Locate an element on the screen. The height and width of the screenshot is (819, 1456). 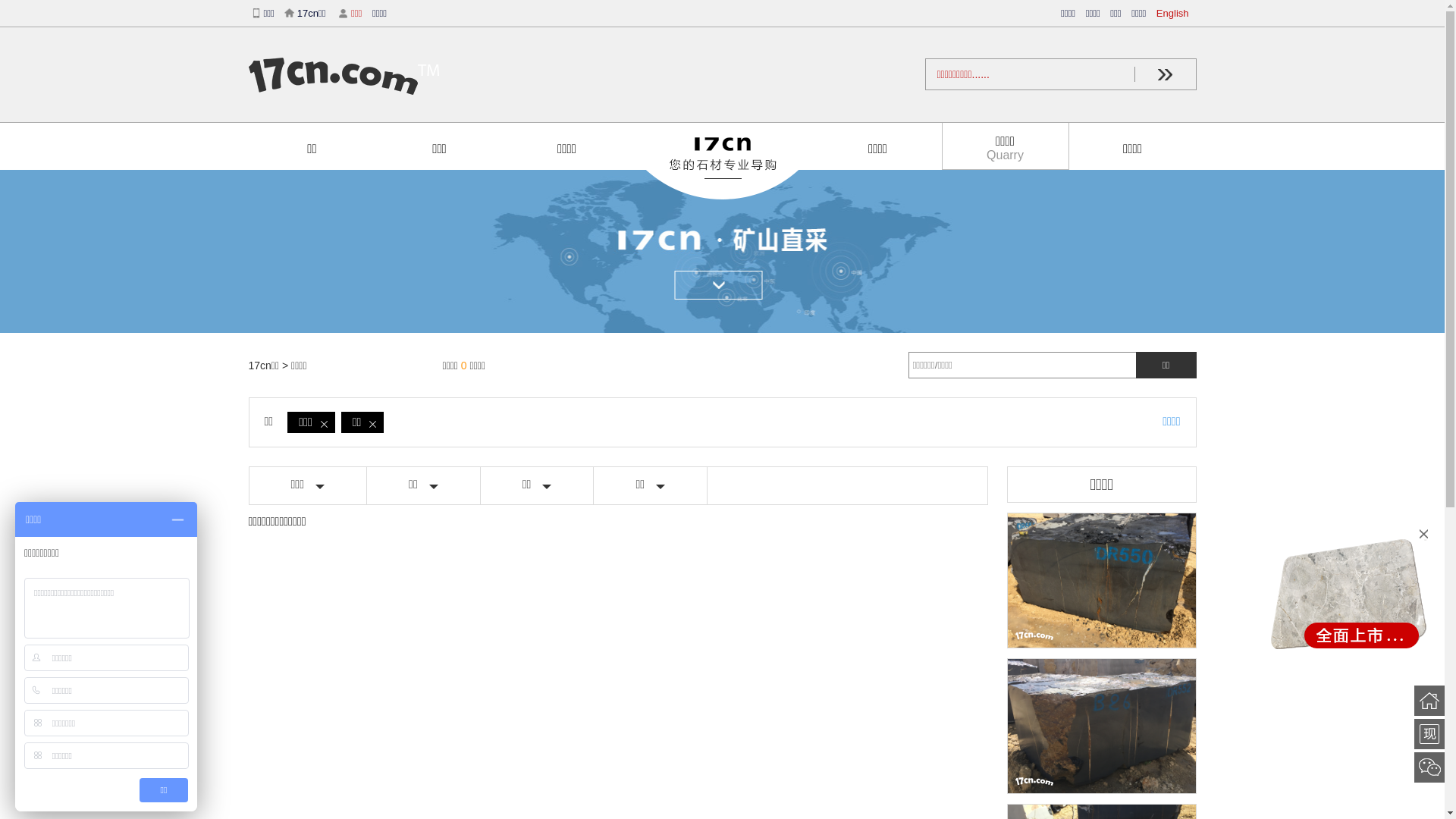
'English' is located at coordinates (1175, 13).